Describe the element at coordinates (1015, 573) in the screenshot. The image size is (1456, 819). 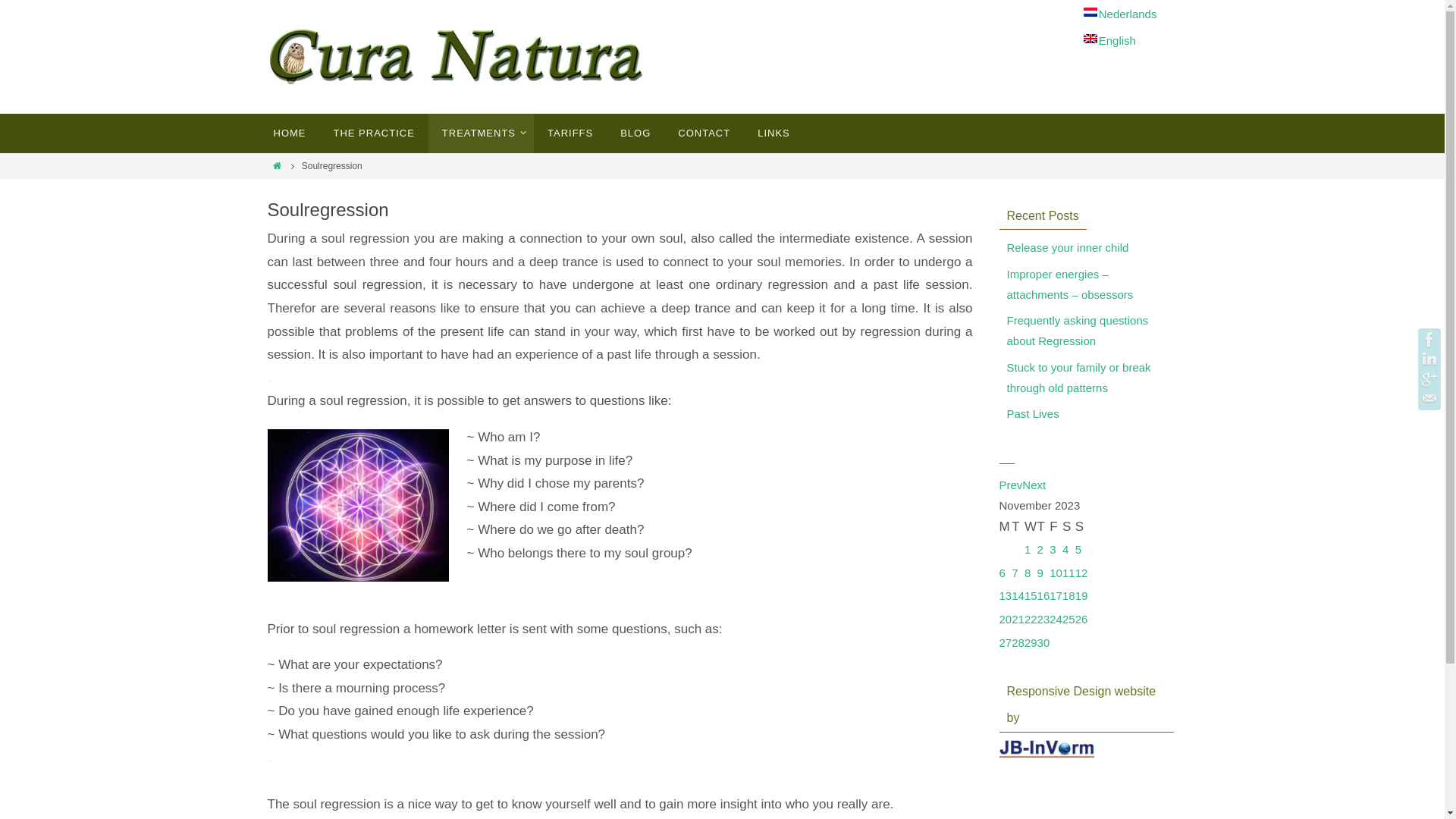
I see `'7'` at that location.